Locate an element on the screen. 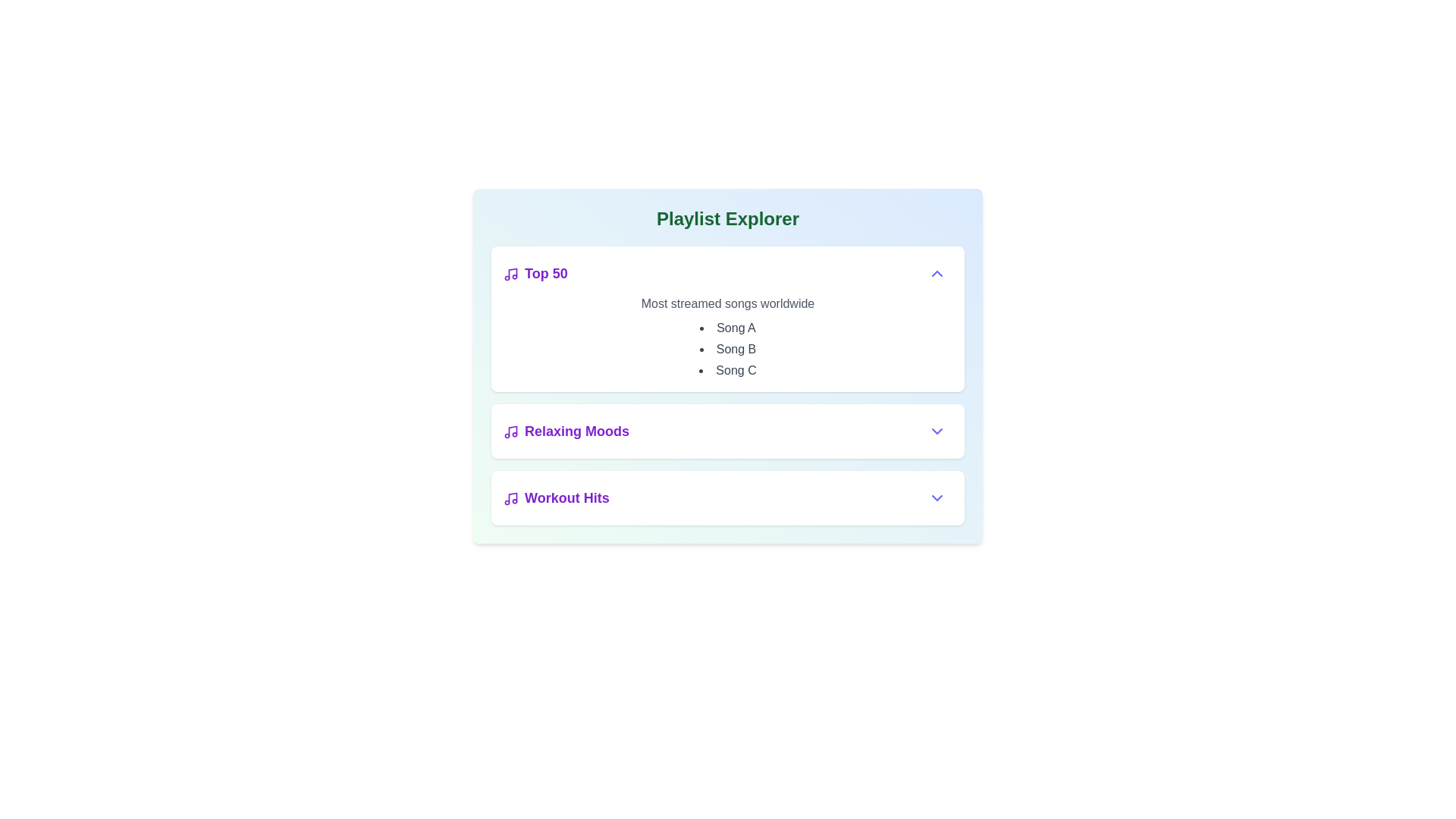 This screenshot has width=1456, height=819. the text 'Top 50' in the Playlist Viewer is located at coordinates (535, 274).